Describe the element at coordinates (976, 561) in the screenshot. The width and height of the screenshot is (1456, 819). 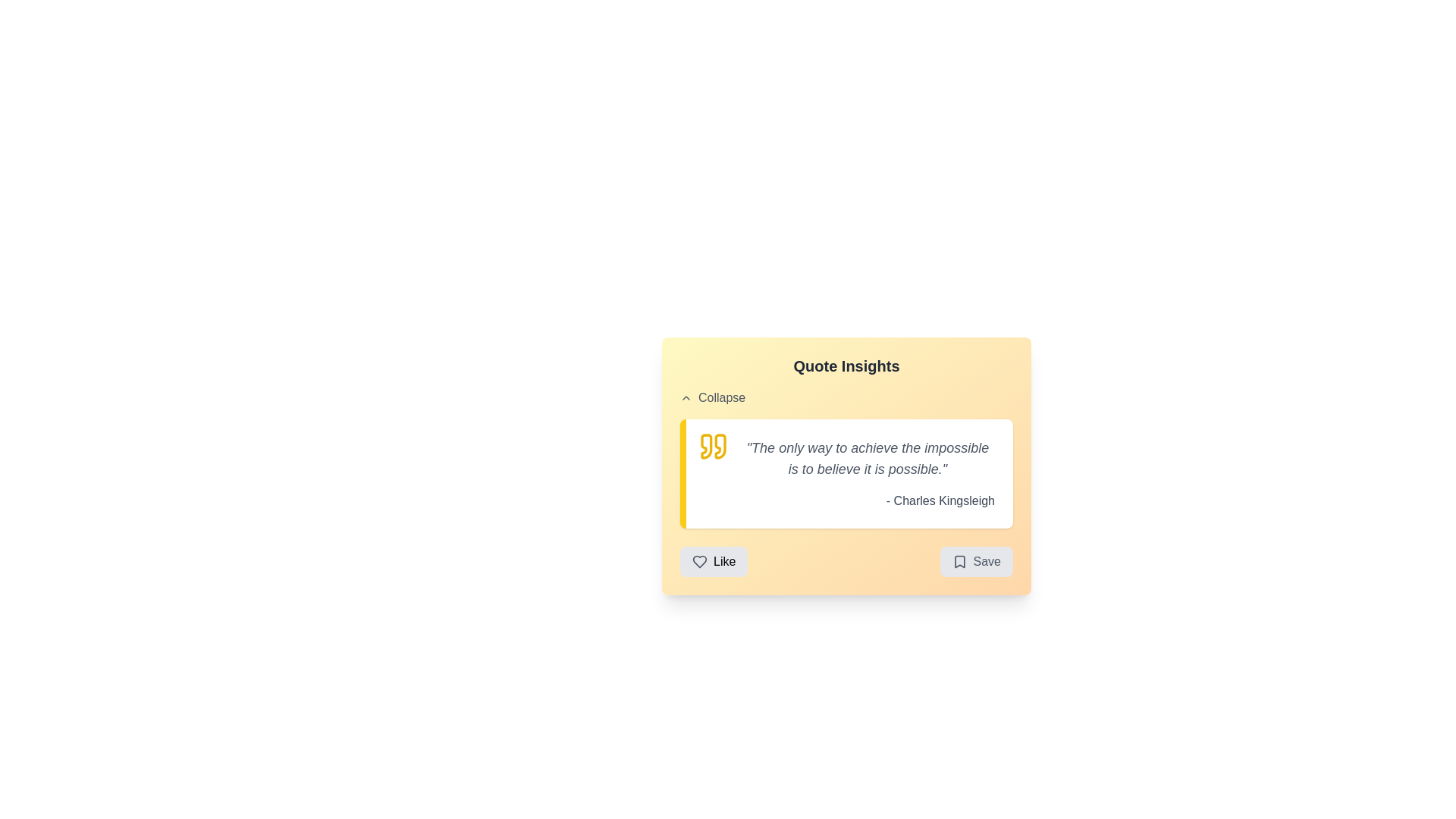
I see `the 'Save' button located in the bottom-right corner of the 'Quote Insights' card to observe the hover effect` at that location.